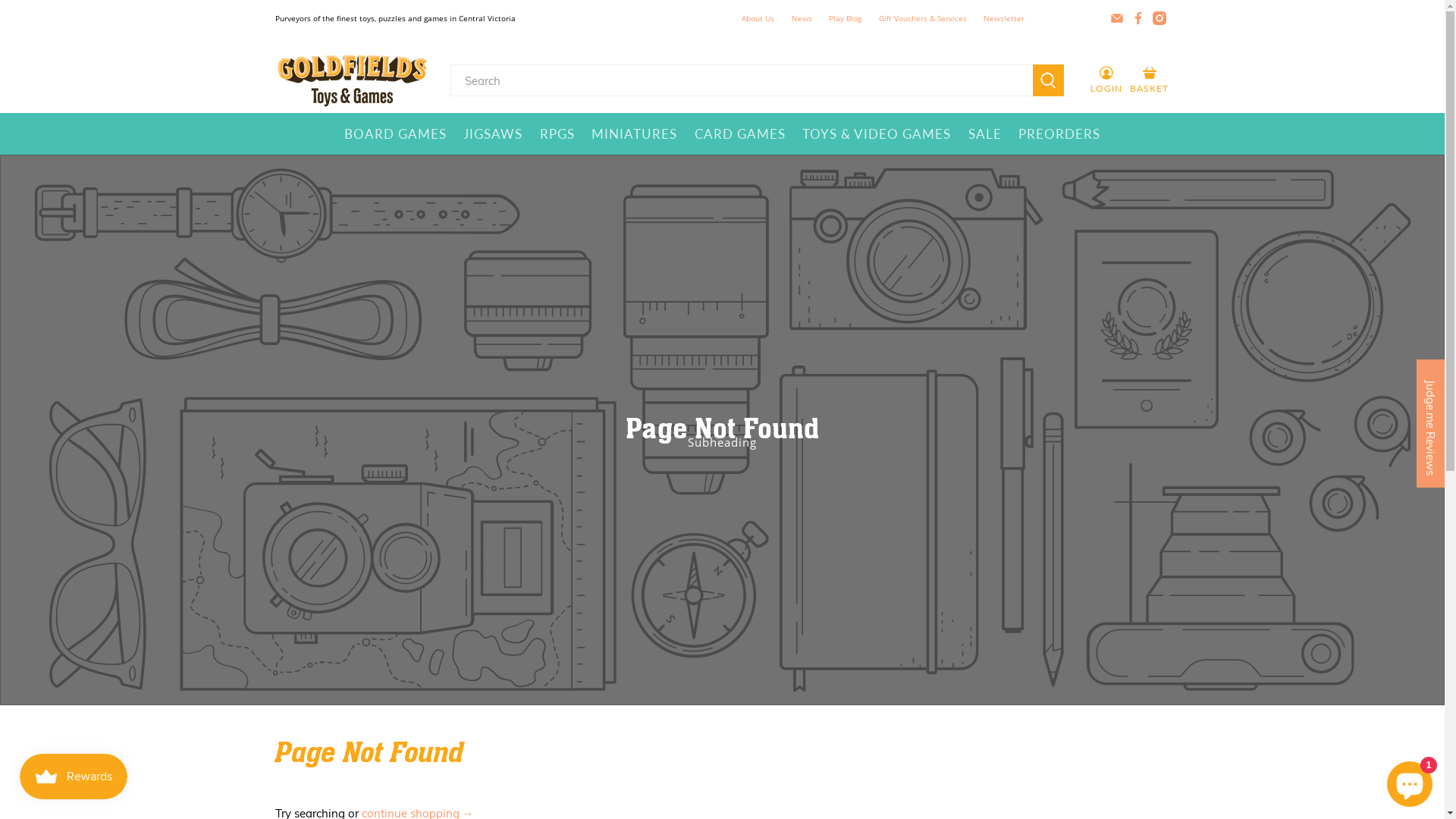 This screenshot has width=1456, height=819. I want to click on 'SALE', so click(985, 133).